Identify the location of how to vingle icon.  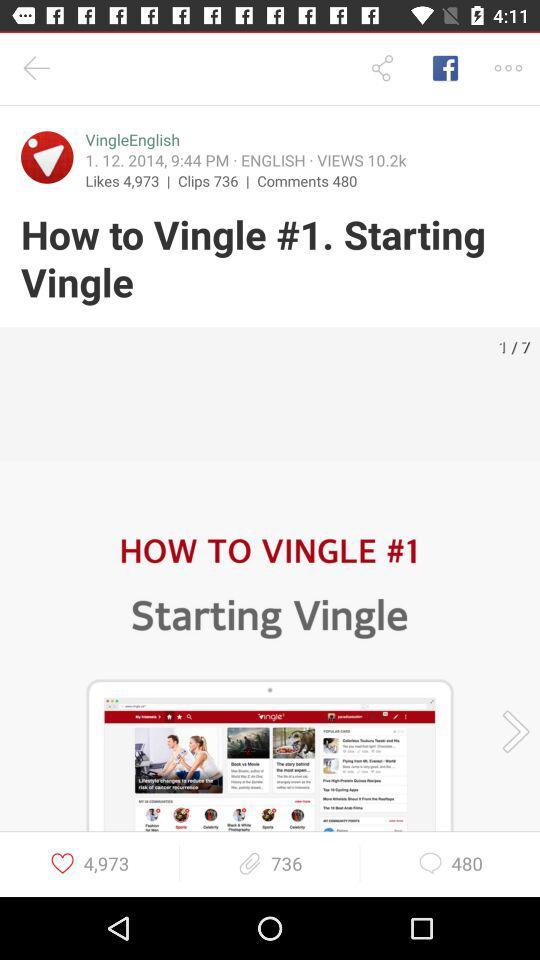
(270, 259).